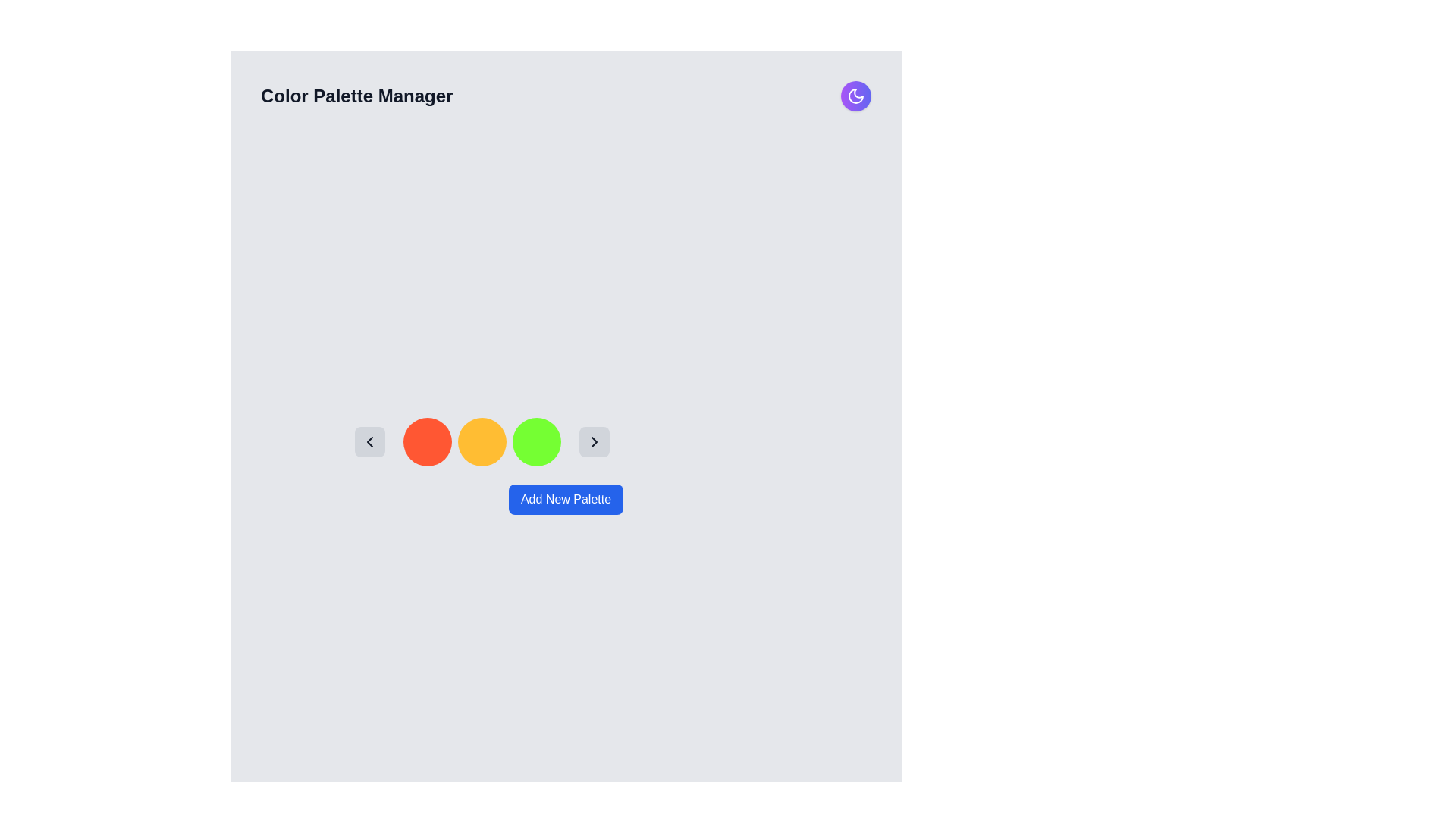  Describe the element at coordinates (855, 96) in the screenshot. I see `the circular button with a gradient fill from purple to indigo featuring a white moon icon, located in the top-right corner of the 'Color Palette Manager' header` at that location.